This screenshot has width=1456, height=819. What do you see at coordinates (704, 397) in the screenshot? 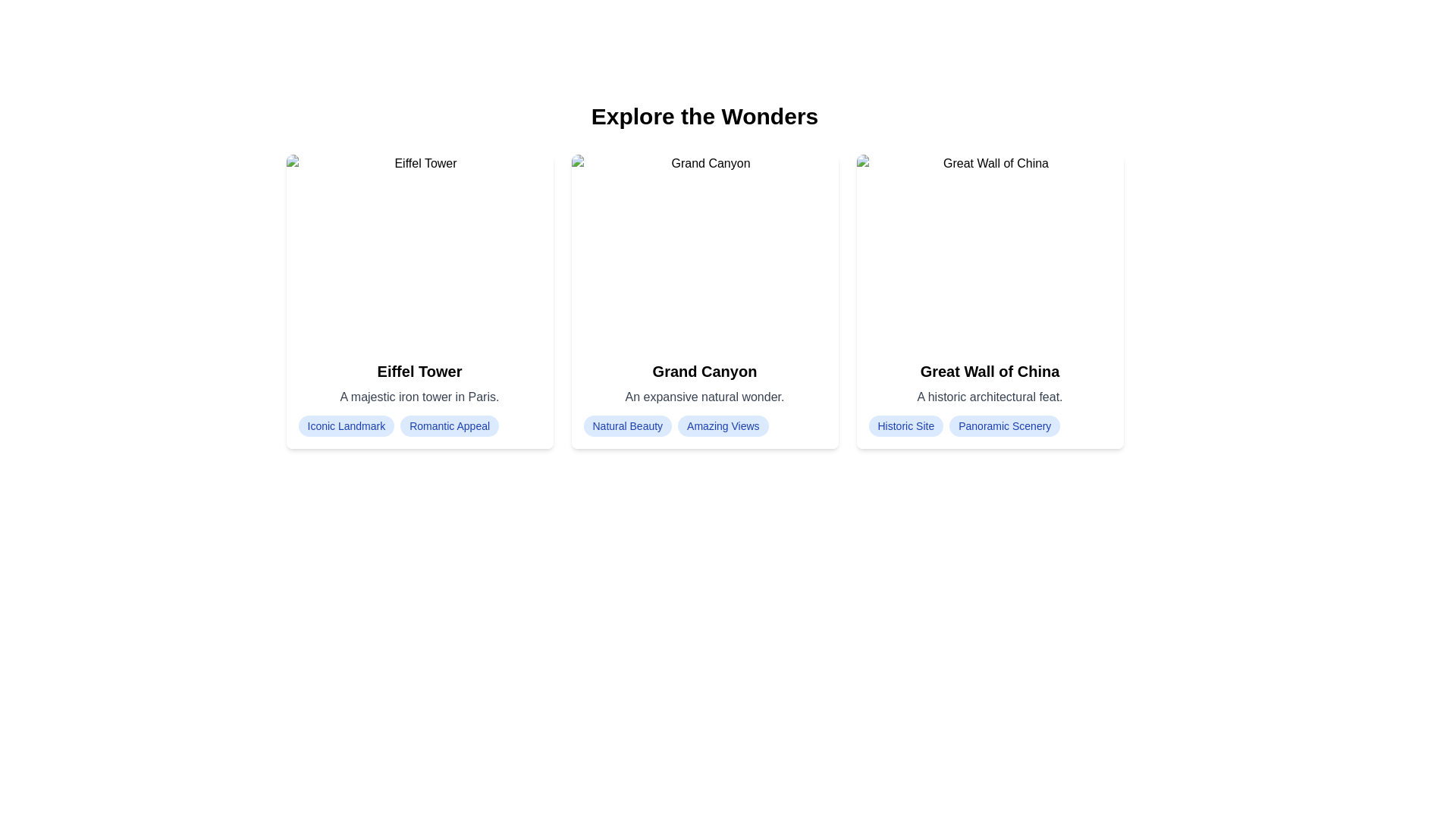
I see `descriptive text label that provides additional information about the 'Grand Canyon', located in the middle card below the text 'Grand Canyon'` at bounding box center [704, 397].